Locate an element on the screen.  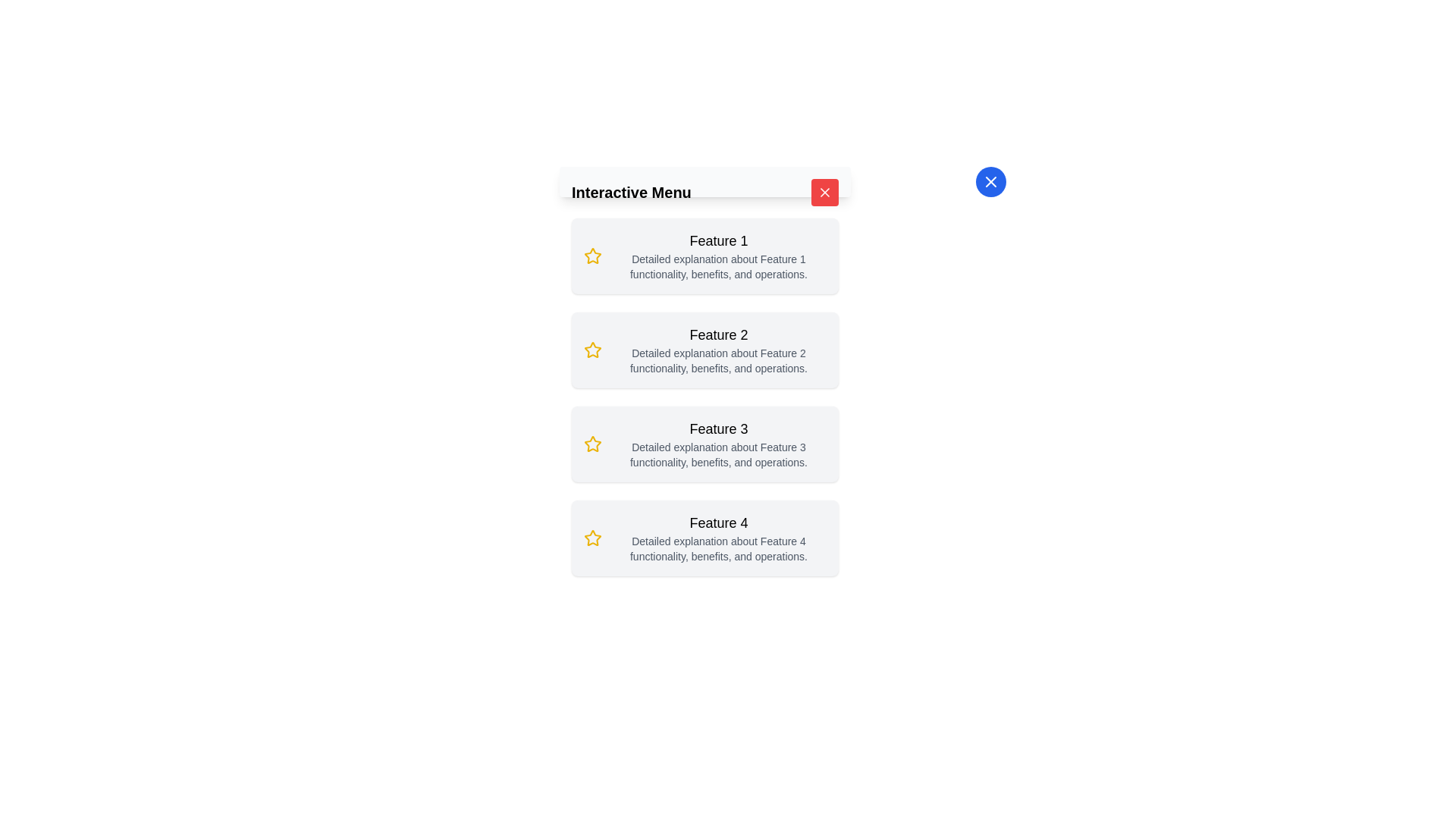
the text label that reads 'Detailed explanation about Feature 2 functionality, benefits, and operations.' which is located directly below the title 'Feature 2' is located at coordinates (718, 360).